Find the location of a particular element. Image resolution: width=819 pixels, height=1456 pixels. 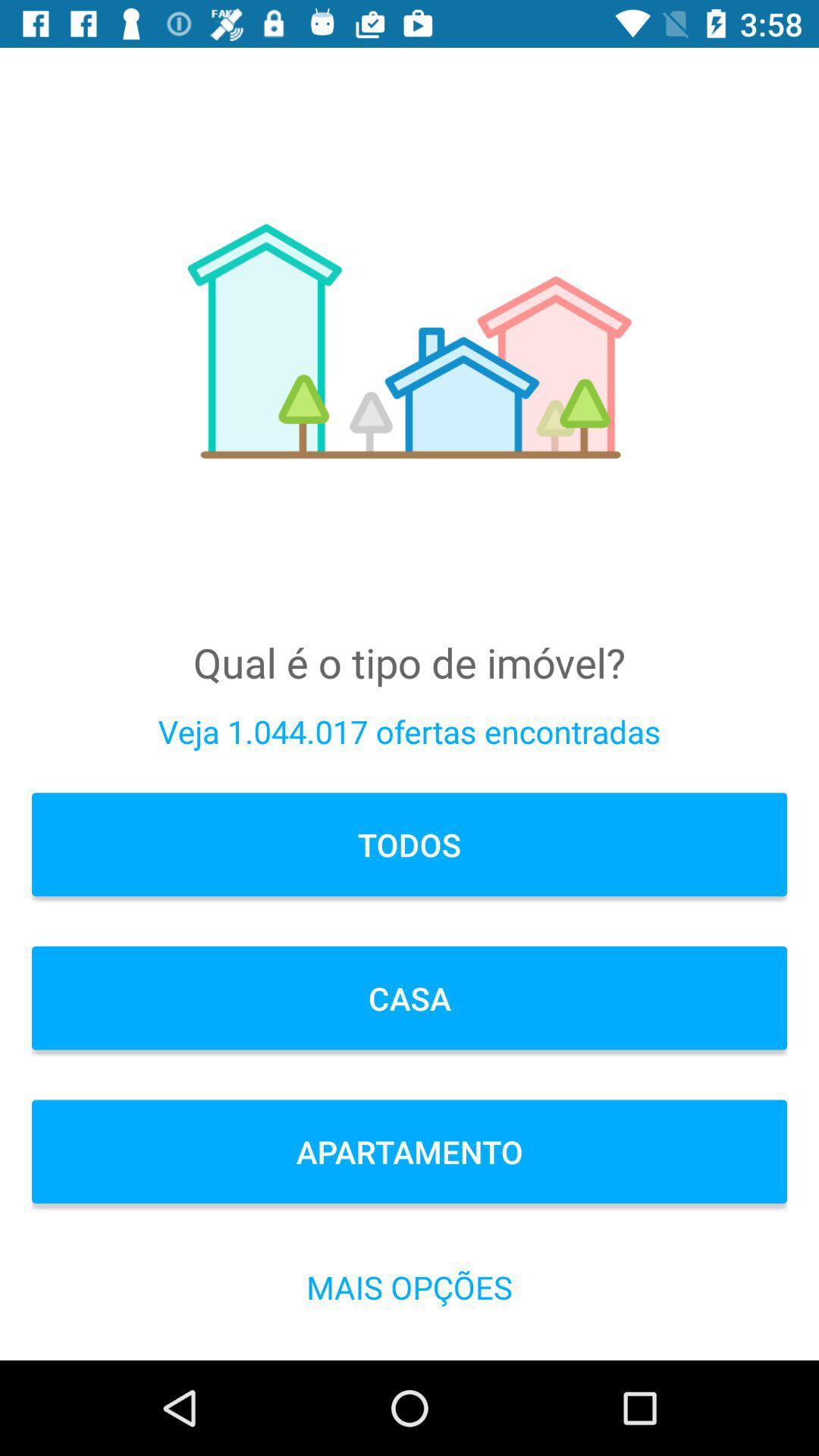

icon below todos is located at coordinates (409, 998).